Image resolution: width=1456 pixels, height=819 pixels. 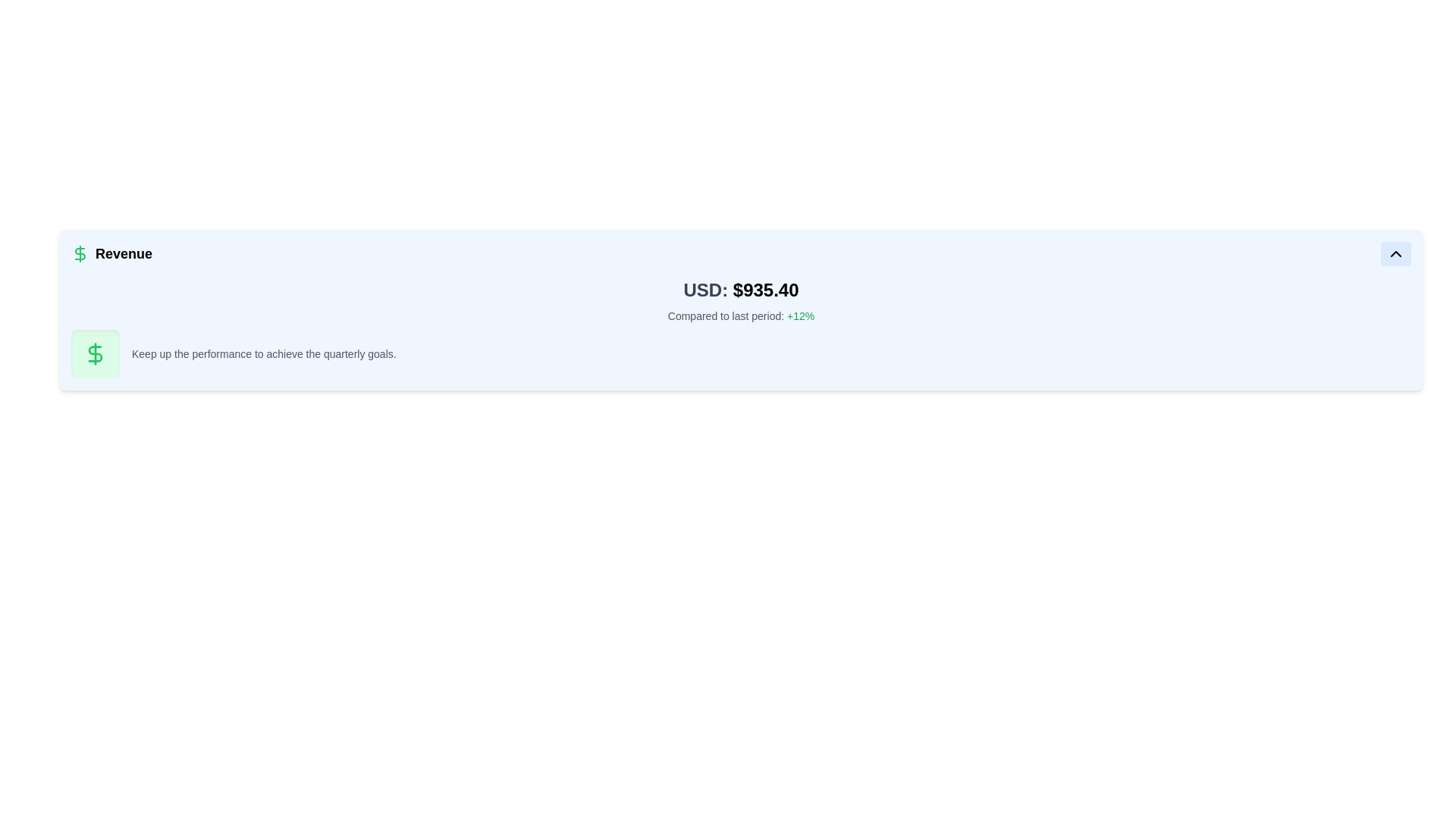 What do you see at coordinates (704, 290) in the screenshot?
I see `the currency indicator label that specifies the value is in United States Dollars (USD), located to the left of the numerical value '$935.40'` at bounding box center [704, 290].